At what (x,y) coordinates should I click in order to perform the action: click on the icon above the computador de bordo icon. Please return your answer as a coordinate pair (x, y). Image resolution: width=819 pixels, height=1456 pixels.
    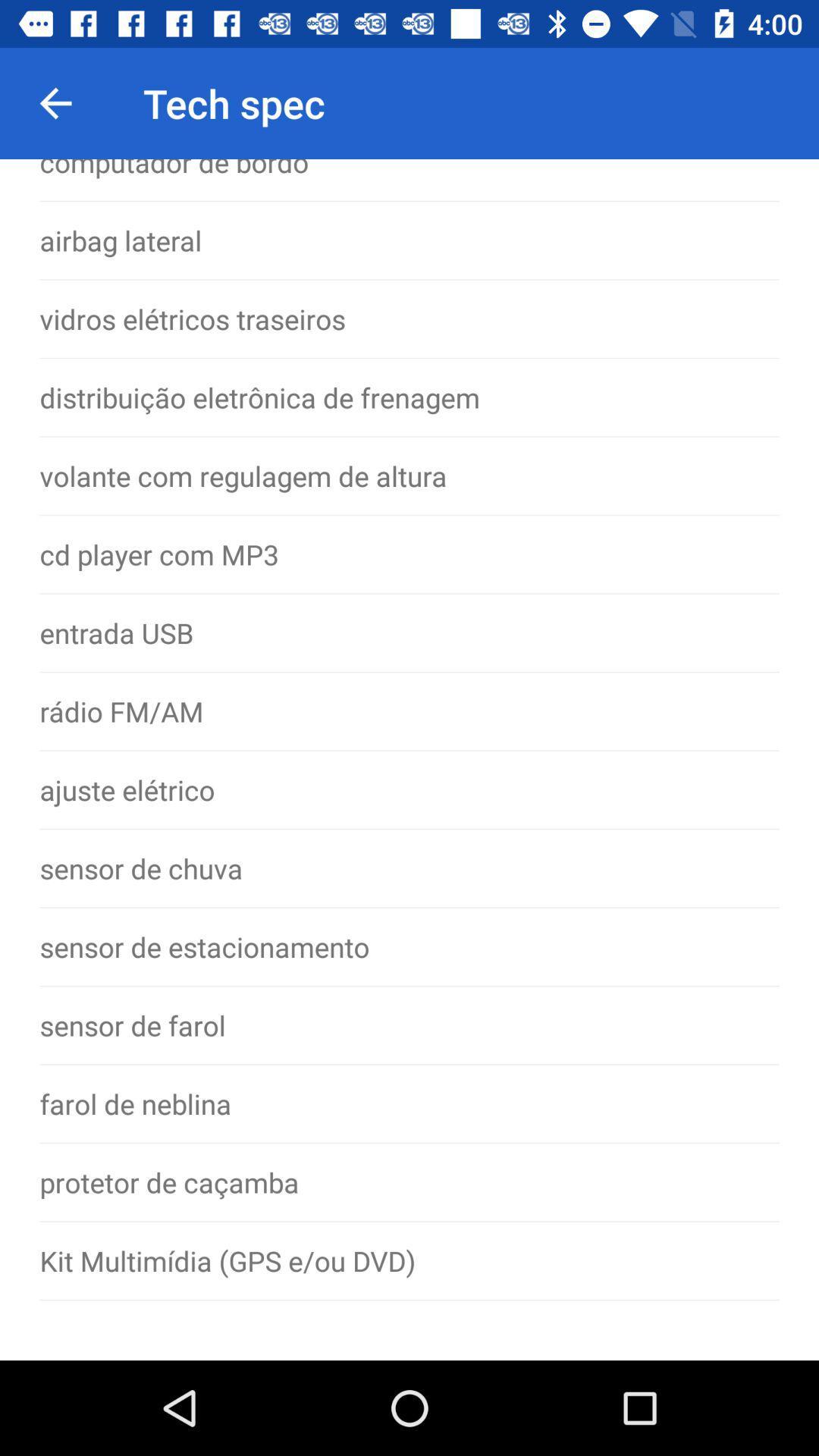
    Looking at the image, I should click on (55, 102).